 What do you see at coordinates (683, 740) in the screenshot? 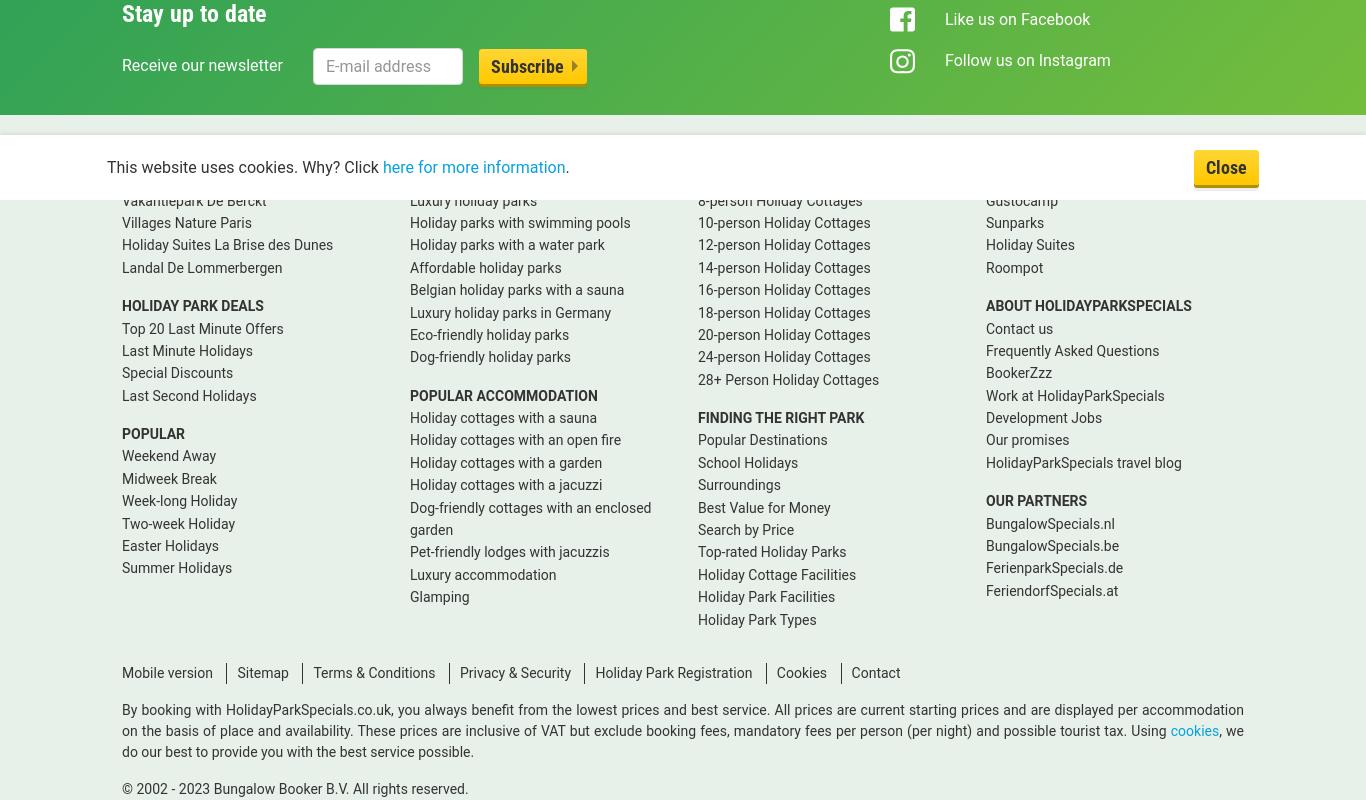
I see `', we do our best to provide you with the best service possible.'` at bounding box center [683, 740].